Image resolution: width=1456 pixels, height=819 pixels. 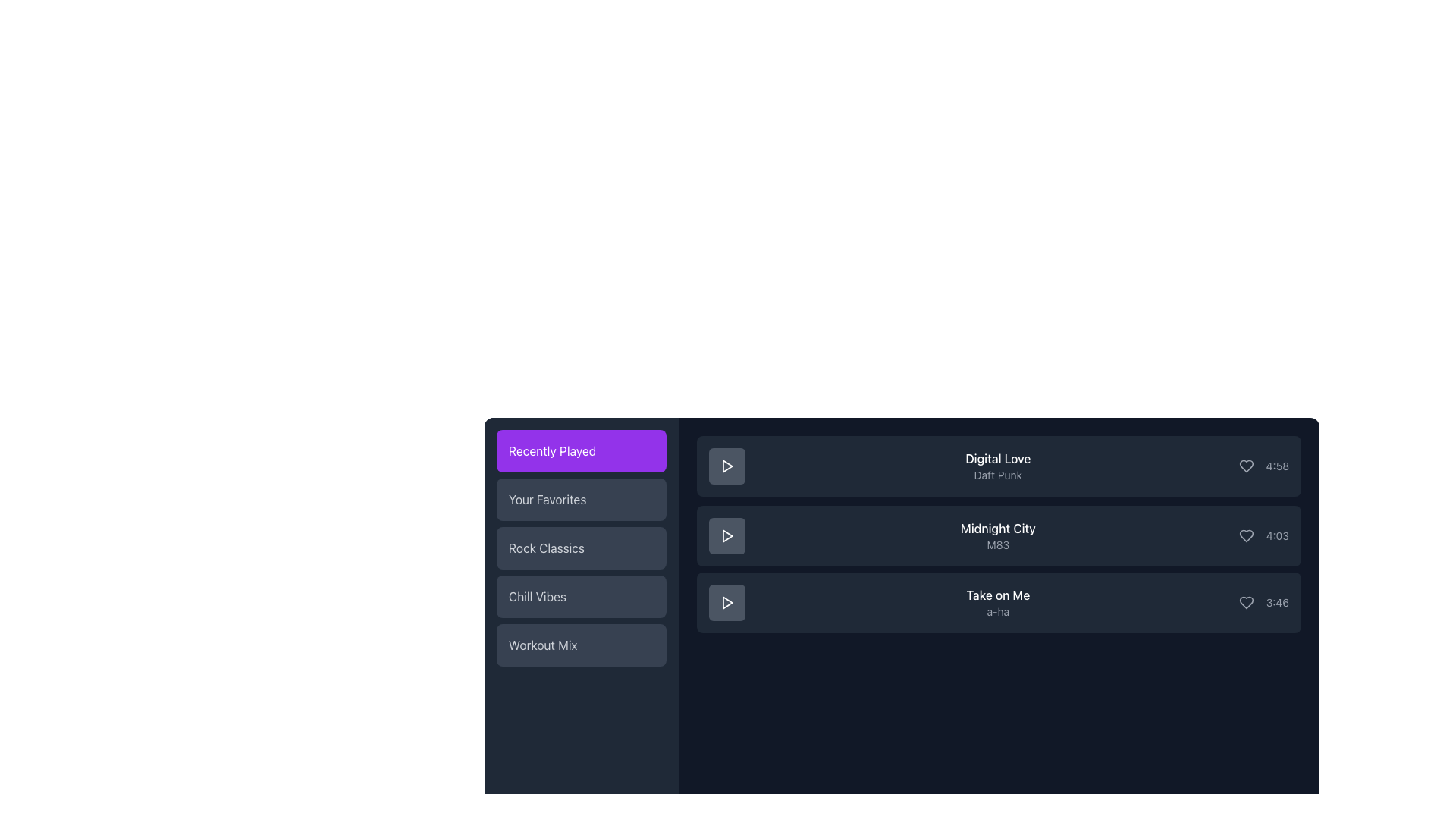 I want to click on text label positioned below the 'Take on Me' title, which provides additional information about the musical track, so click(x=998, y=610).